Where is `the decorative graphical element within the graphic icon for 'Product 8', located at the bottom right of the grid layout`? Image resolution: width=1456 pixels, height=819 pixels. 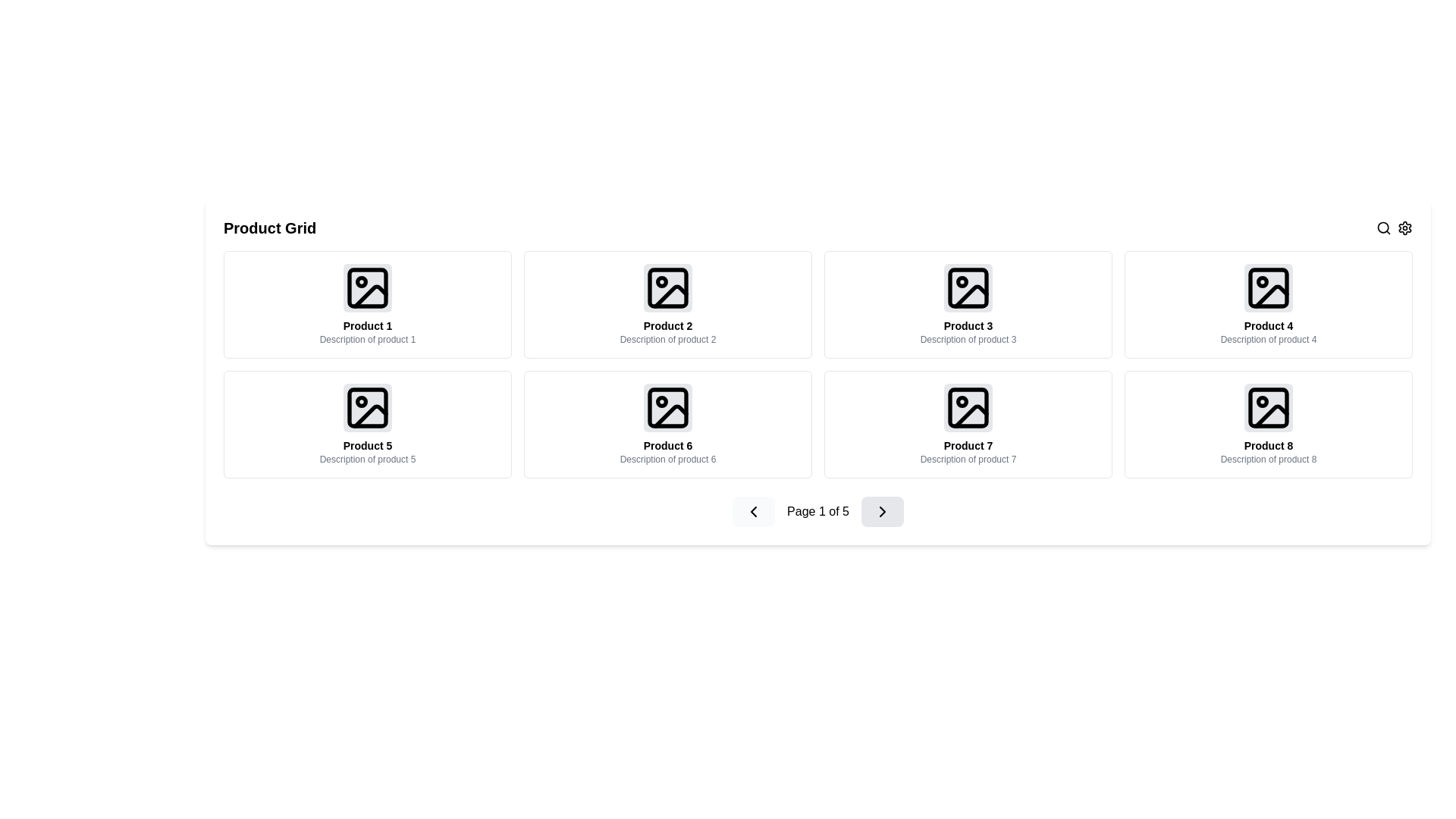
the decorative graphical element within the graphic icon for 'Product 8', located at the bottom right of the grid layout is located at coordinates (1271, 416).